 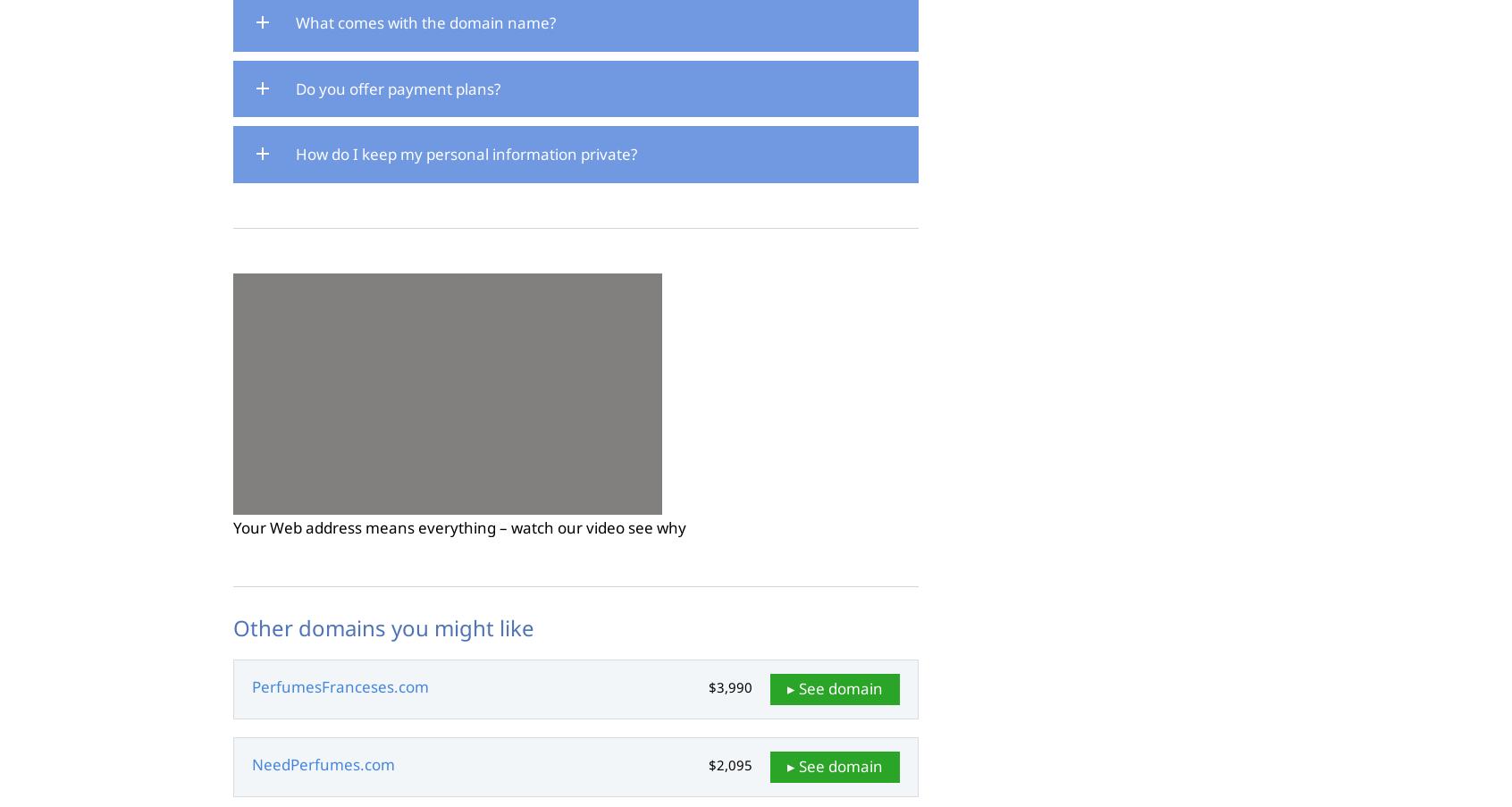 What do you see at coordinates (459, 527) in the screenshot?
I see `'Your Web address means everything – watch our video see why'` at bounding box center [459, 527].